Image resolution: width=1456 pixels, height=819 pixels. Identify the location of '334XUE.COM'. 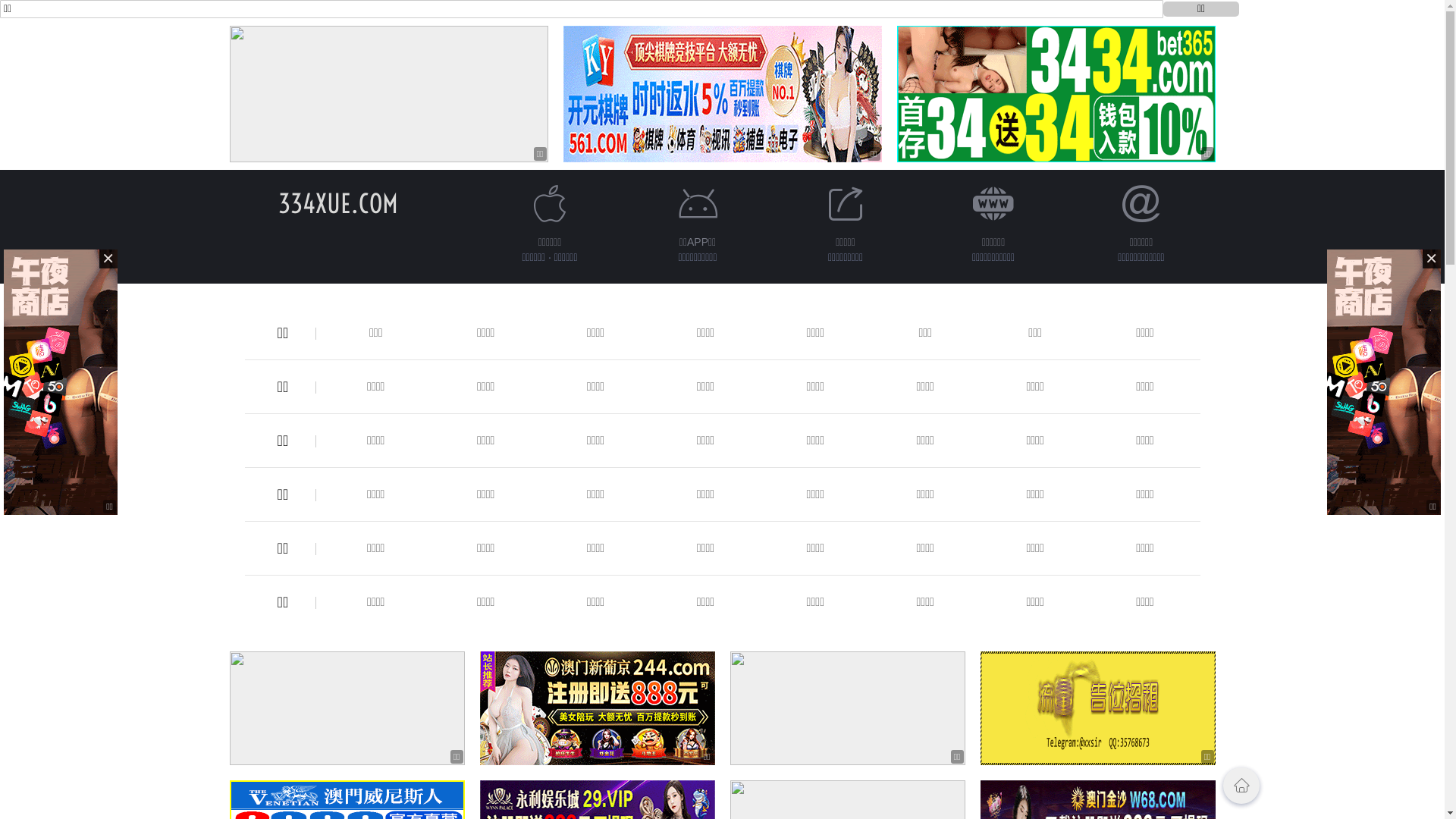
(337, 202).